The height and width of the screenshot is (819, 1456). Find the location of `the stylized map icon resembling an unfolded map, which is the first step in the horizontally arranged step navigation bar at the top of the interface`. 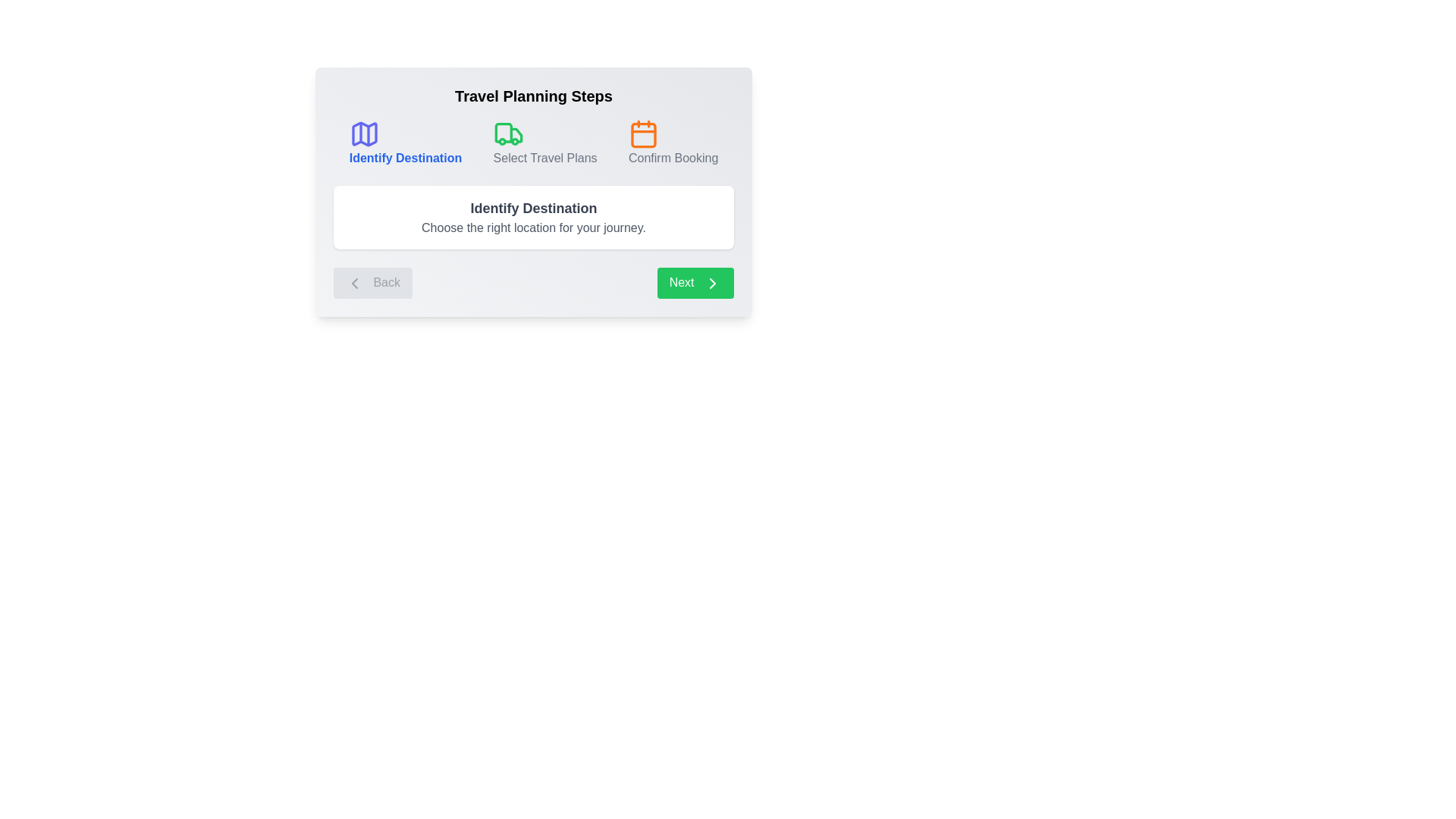

the stylized map icon resembling an unfolded map, which is the first step in the horizontally arranged step navigation bar at the top of the interface is located at coordinates (364, 133).